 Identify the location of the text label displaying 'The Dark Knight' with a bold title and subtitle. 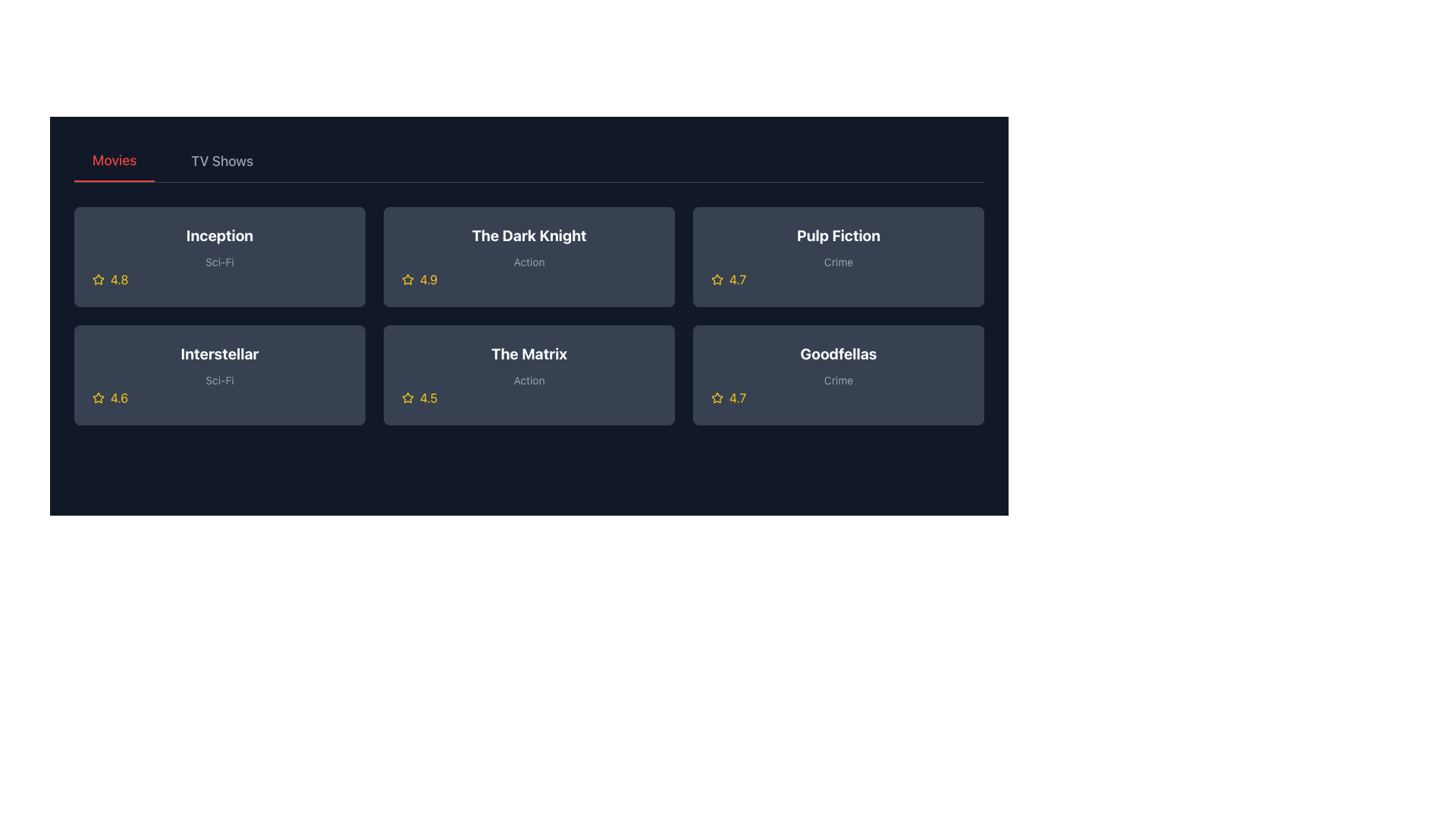
(529, 247).